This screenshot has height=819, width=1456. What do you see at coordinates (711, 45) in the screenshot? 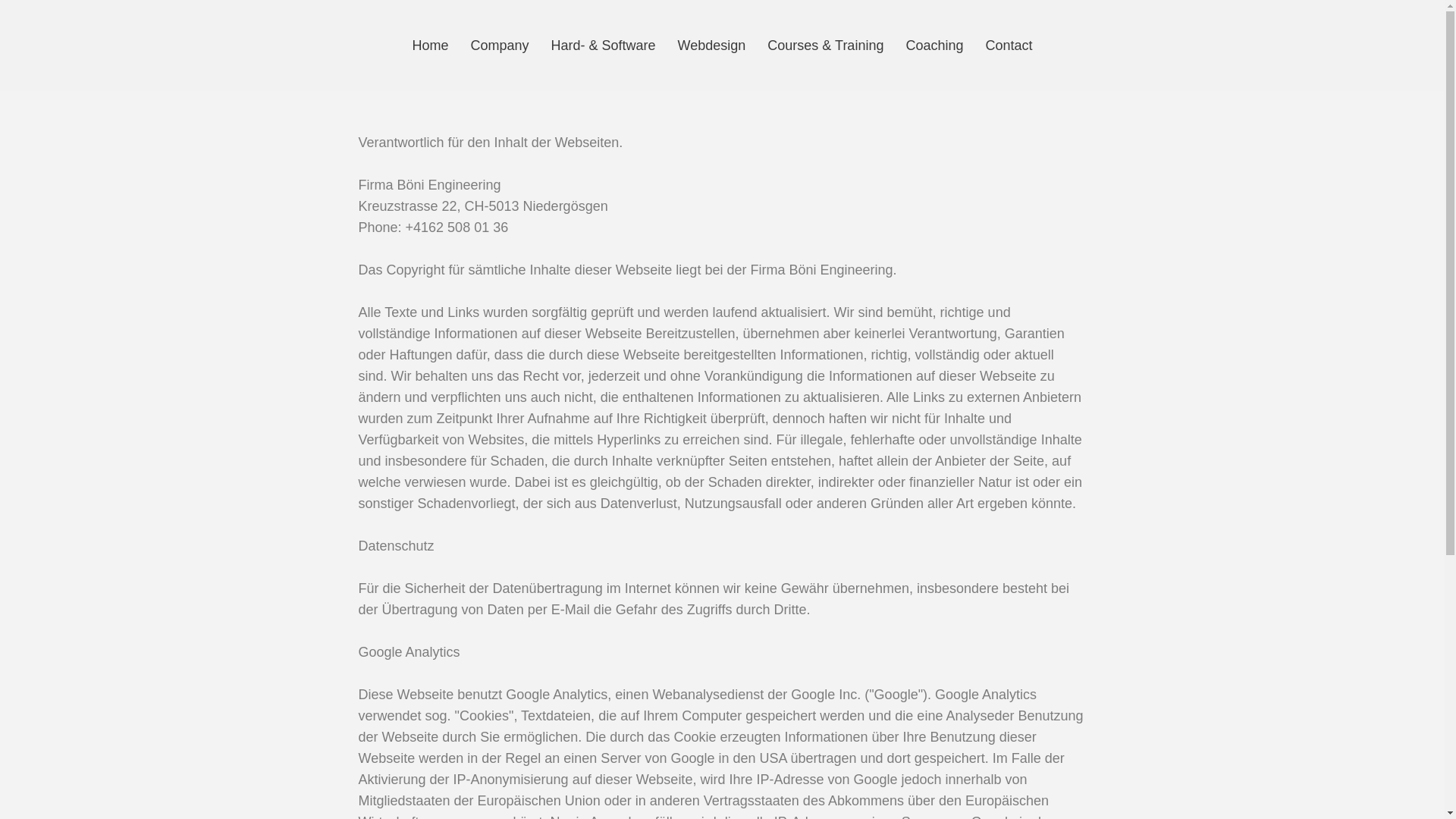
I see `'Webdesign'` at bounding box center [711, 45].